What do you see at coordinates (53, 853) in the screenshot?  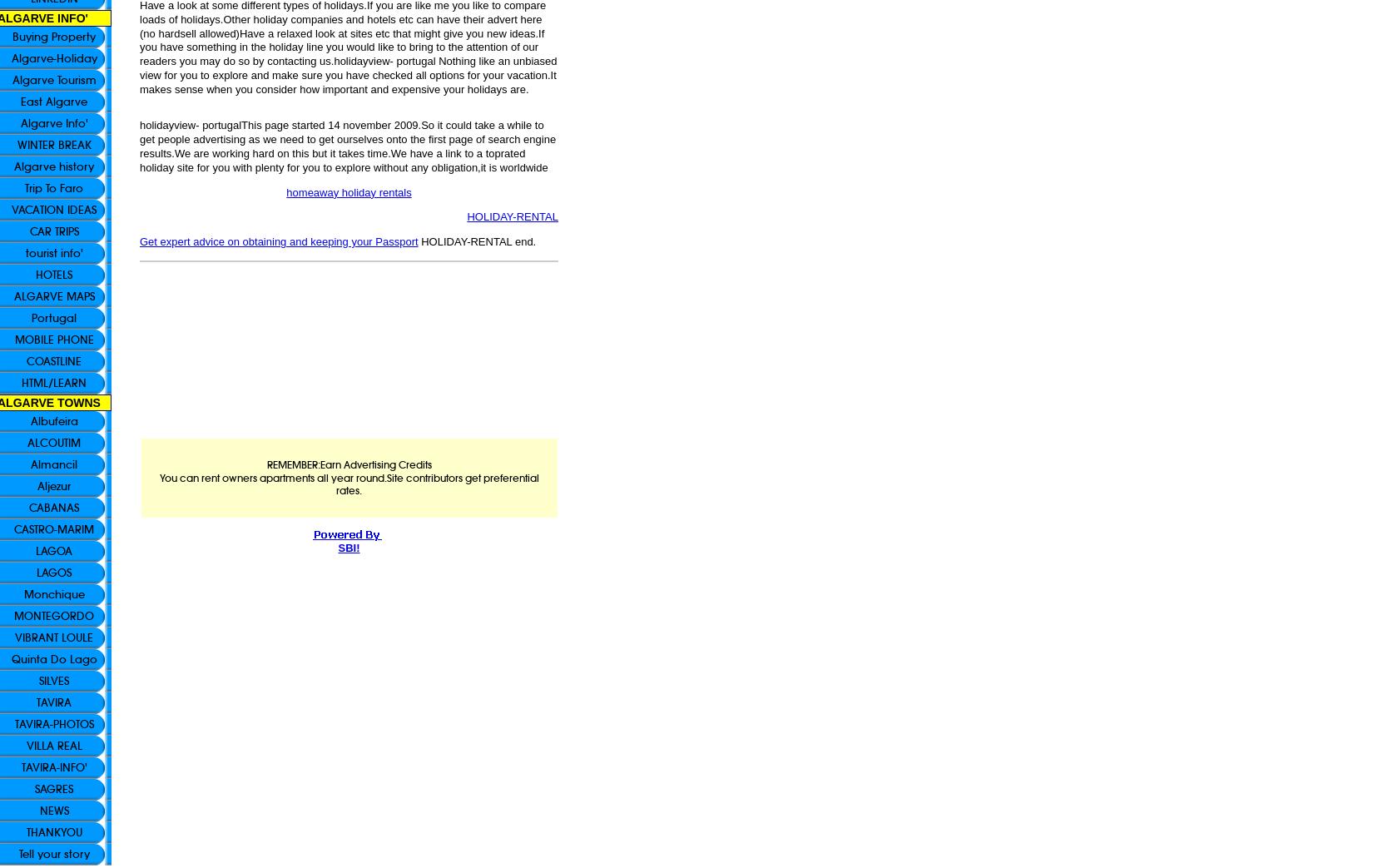 I see `'Tell your story'` at bounding box center [53, 853].